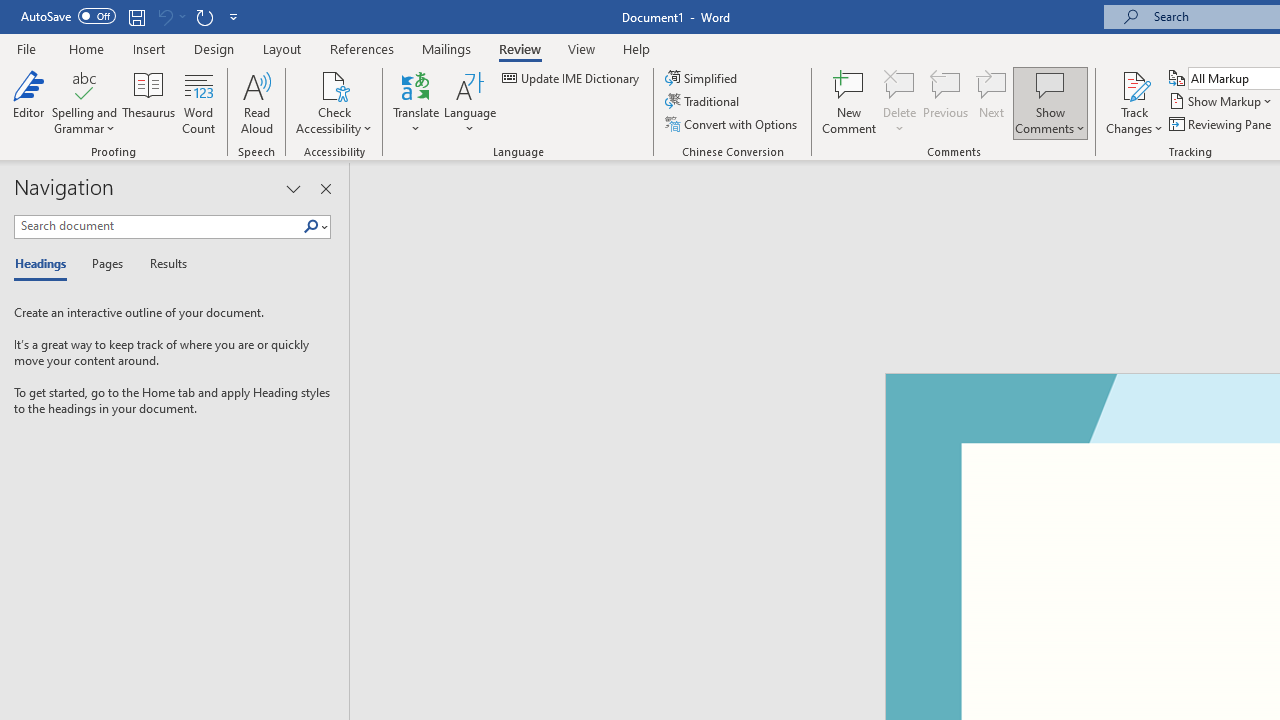  What do you see at coordinates (731, 124) in the screenshot?
I see `'Convert with Options...'` at bounding box center [731, 124].